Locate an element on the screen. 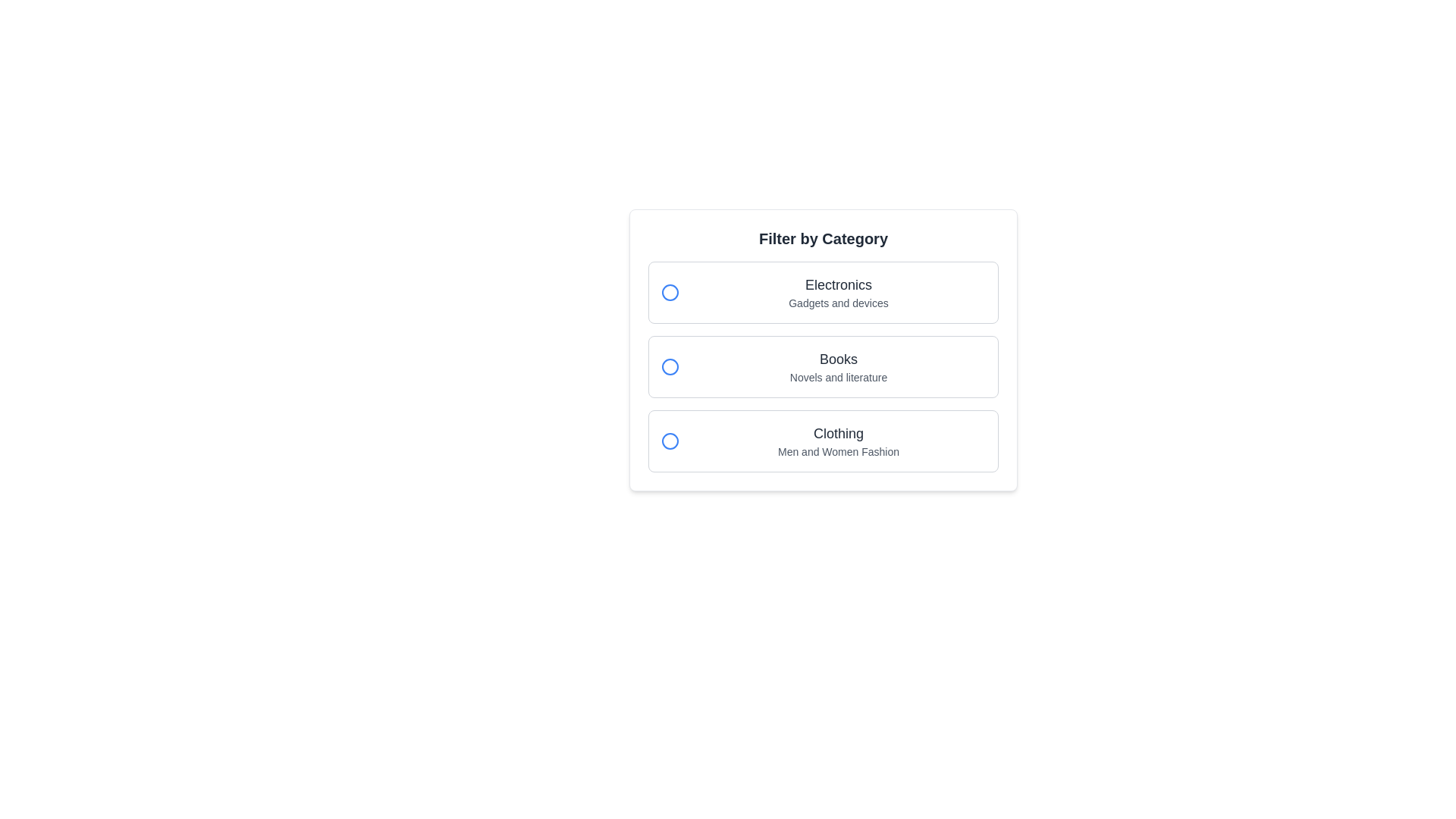 The image size is (1456, 819). the static text label displaying 'Books' in a large and bold font, which is dark-gray and stands out as the title within its selection option is located at coordinates (837, 359).